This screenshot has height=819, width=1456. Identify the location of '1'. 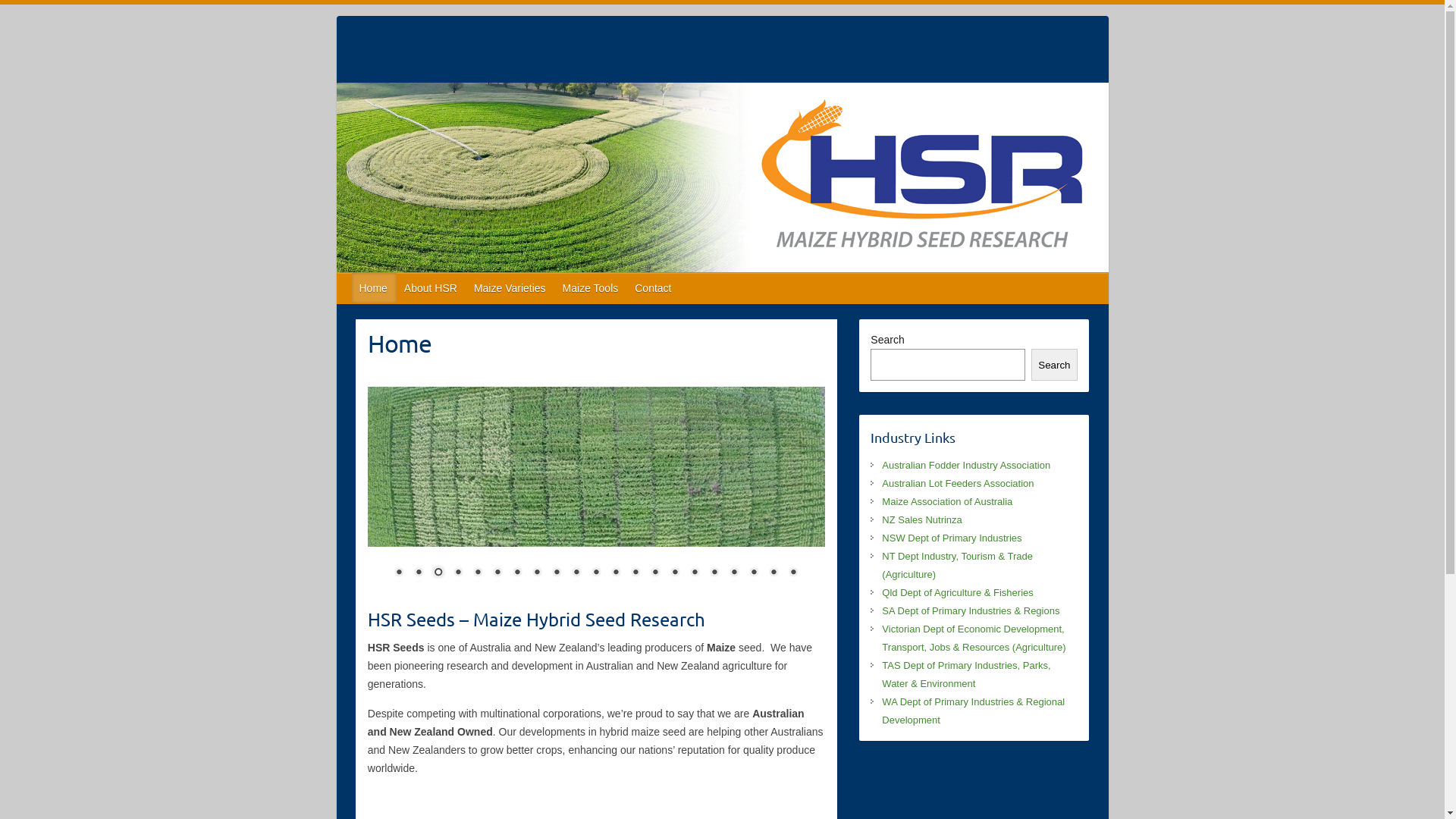
(399, 573).